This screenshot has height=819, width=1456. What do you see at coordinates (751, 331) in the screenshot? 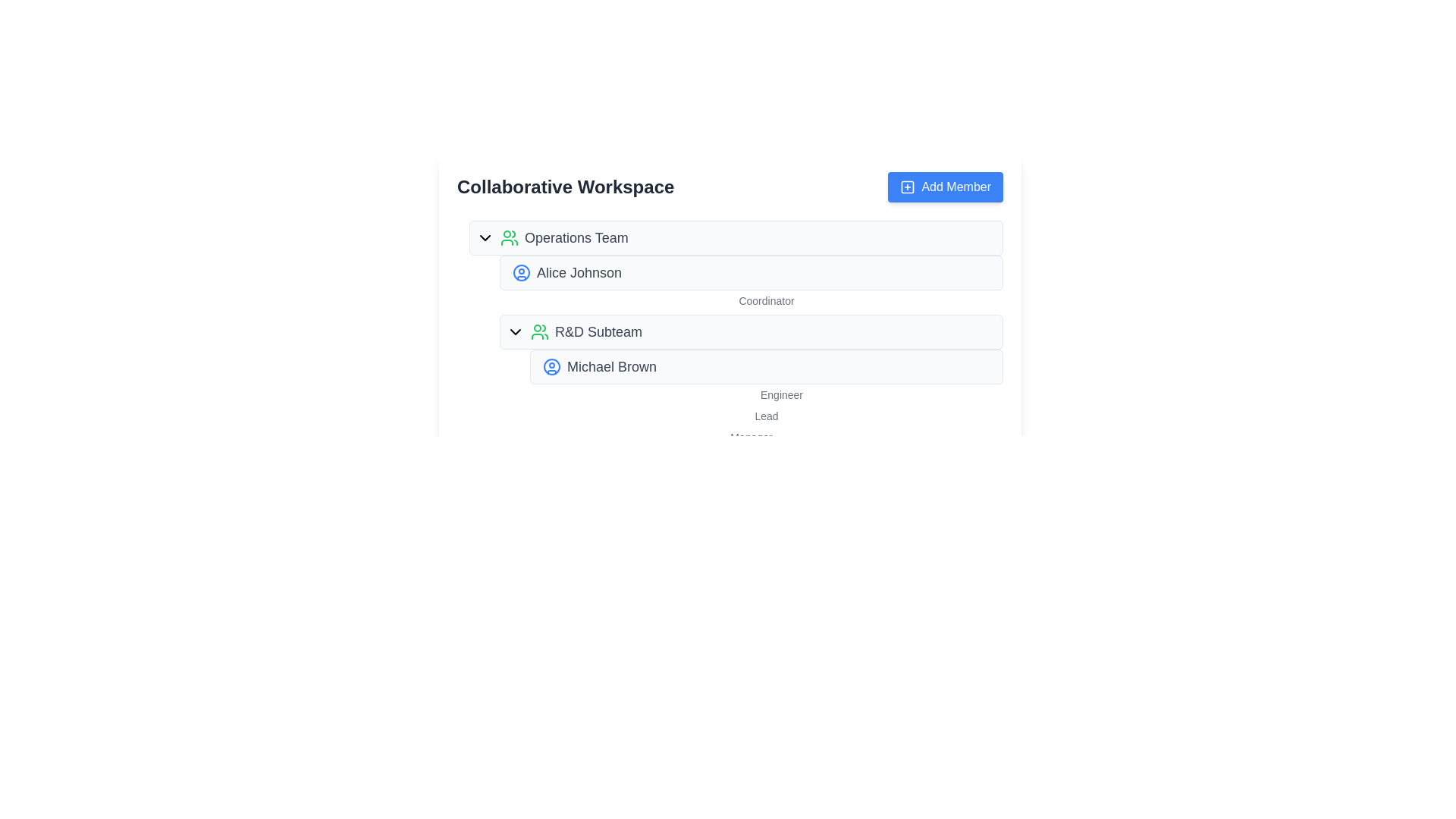
I see `the second entry in the collapsible list item labeled 'R&D Subteam' within the 'Collaborative Workspace' group using keyboard navigation` at bounding box center [751, 331].